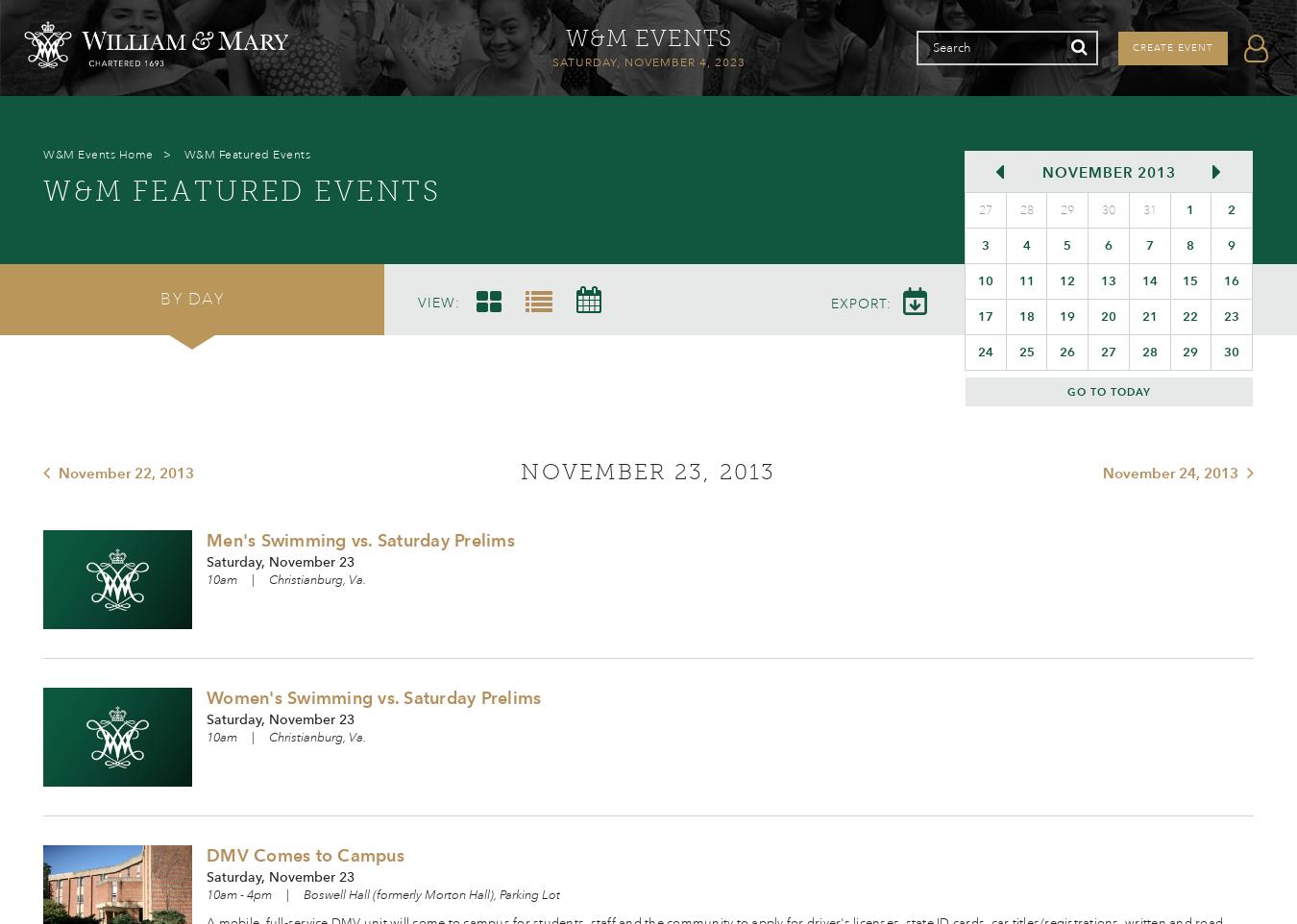 The height and width of the screenshot is (924, 1297). I want to click on '15', so click(1190, 280).